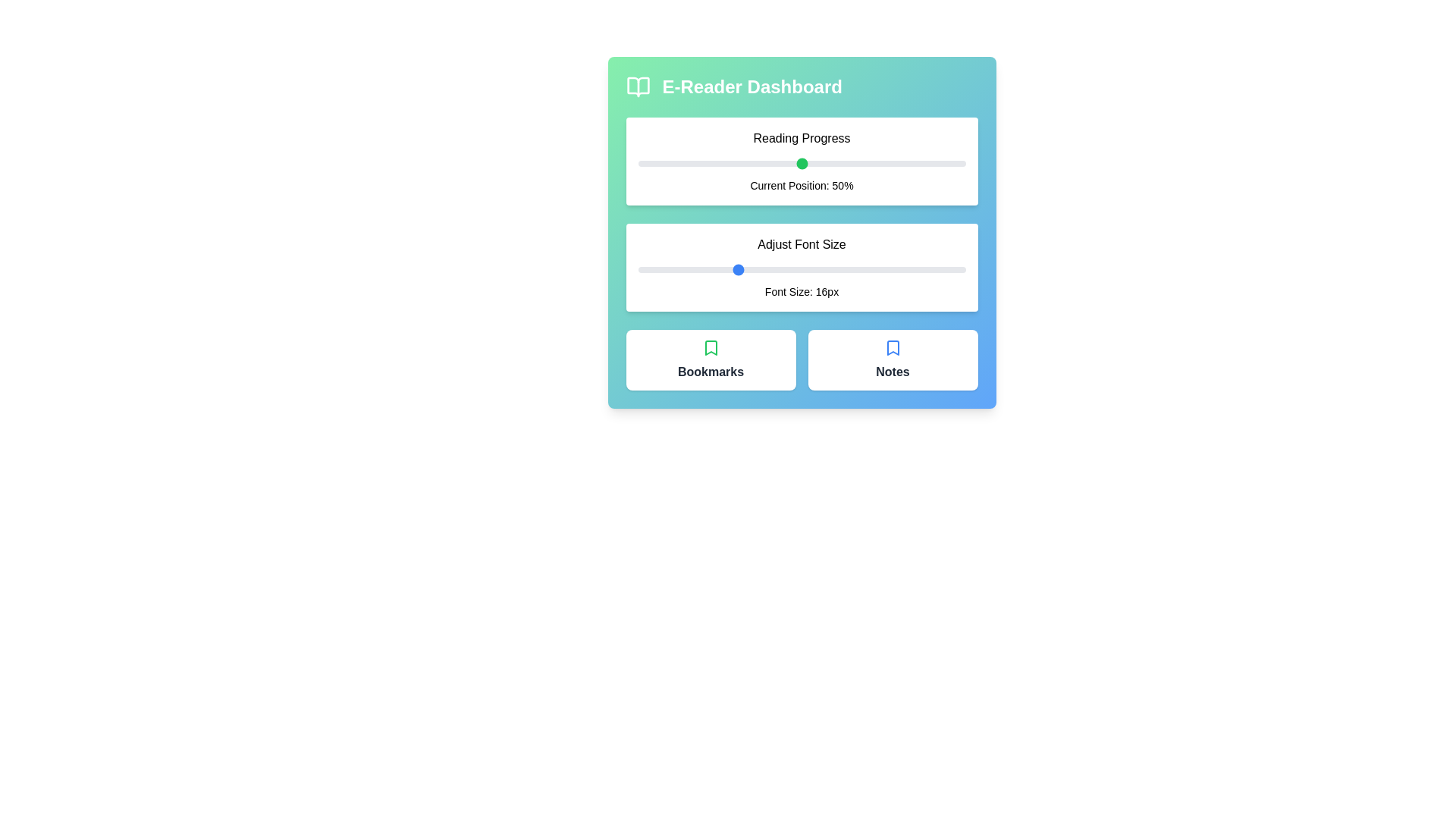  I want to click on the font size slider to 27 px, so click(915, 268).